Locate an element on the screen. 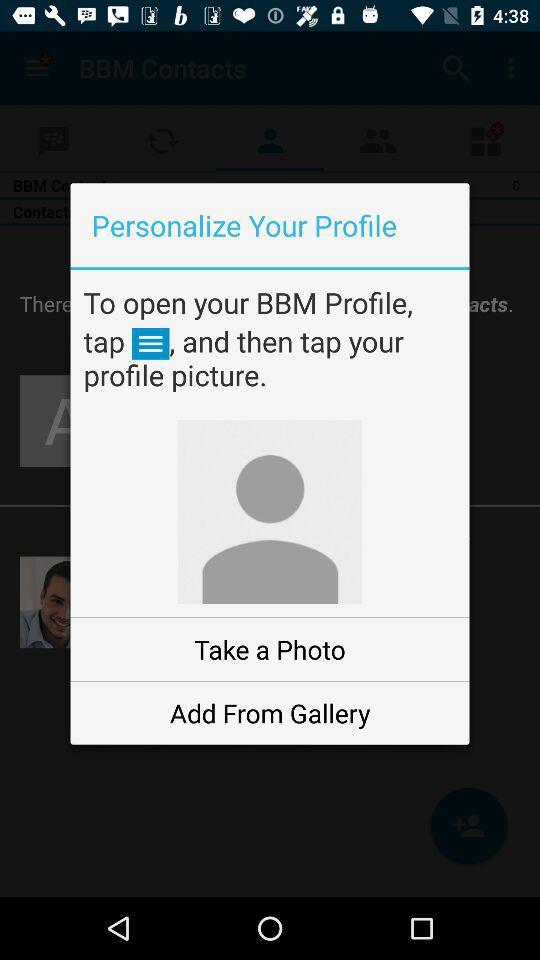 This screenshot has width=540, height=960. take a photo item is located at coordinates (270, 648).